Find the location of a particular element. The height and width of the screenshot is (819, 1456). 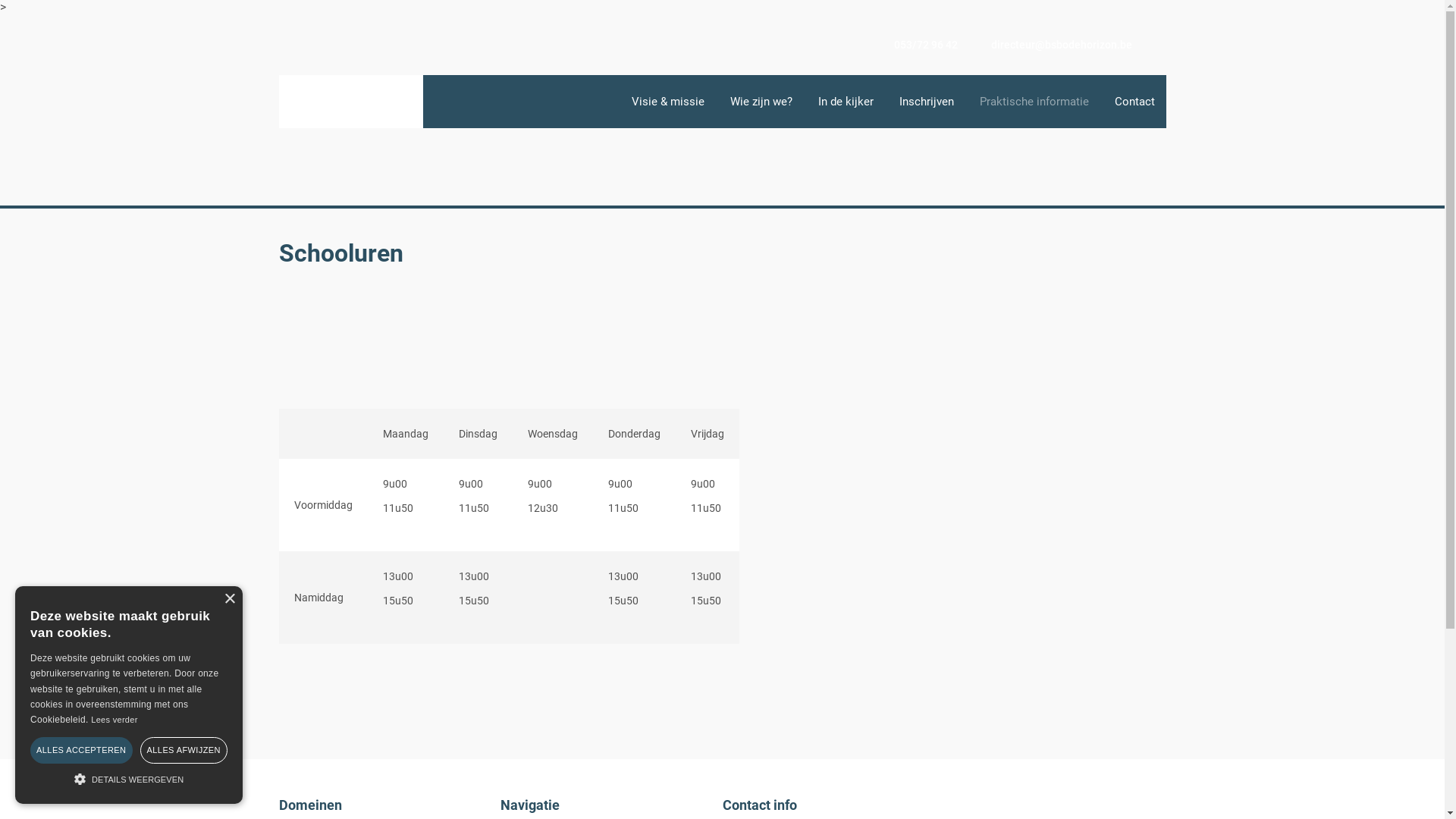

'Wie zijn we?' is located at coordinates (761, 102).